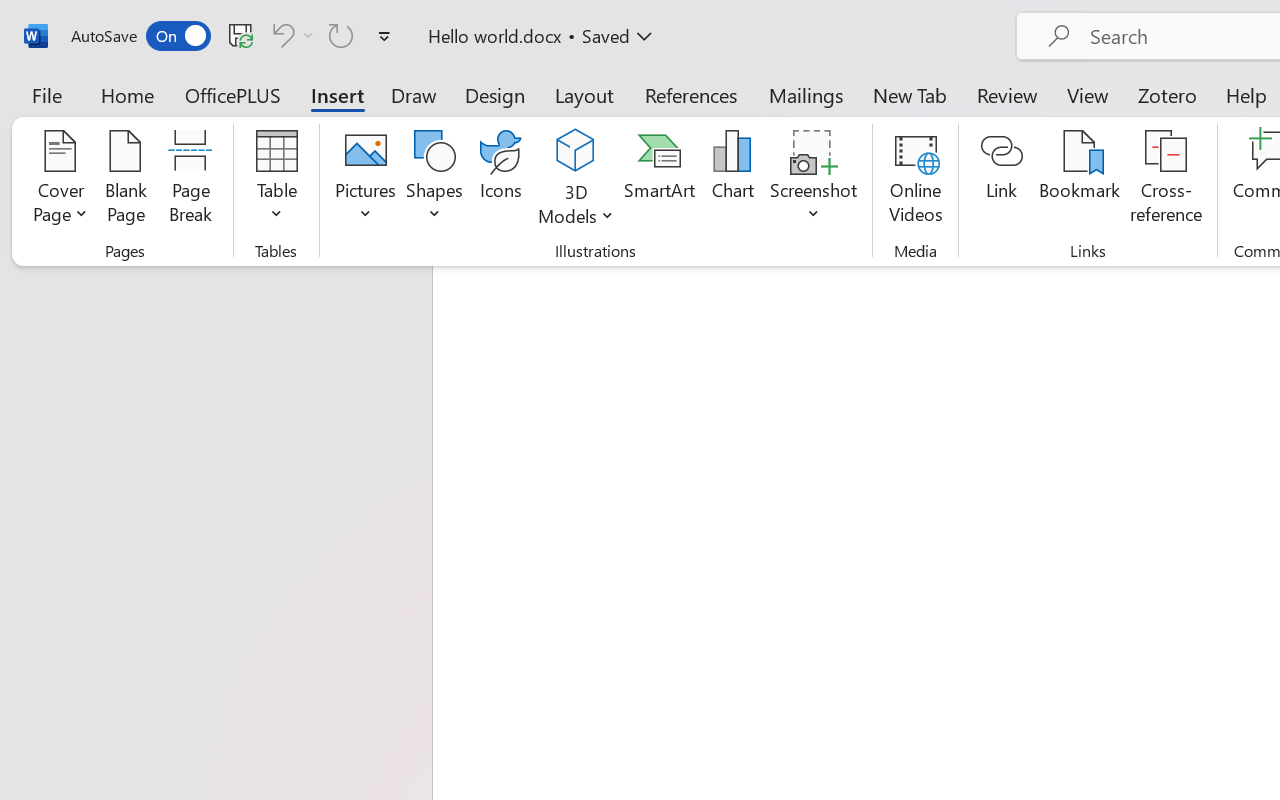  I want to click on 'Pictures', so click(365, 179).